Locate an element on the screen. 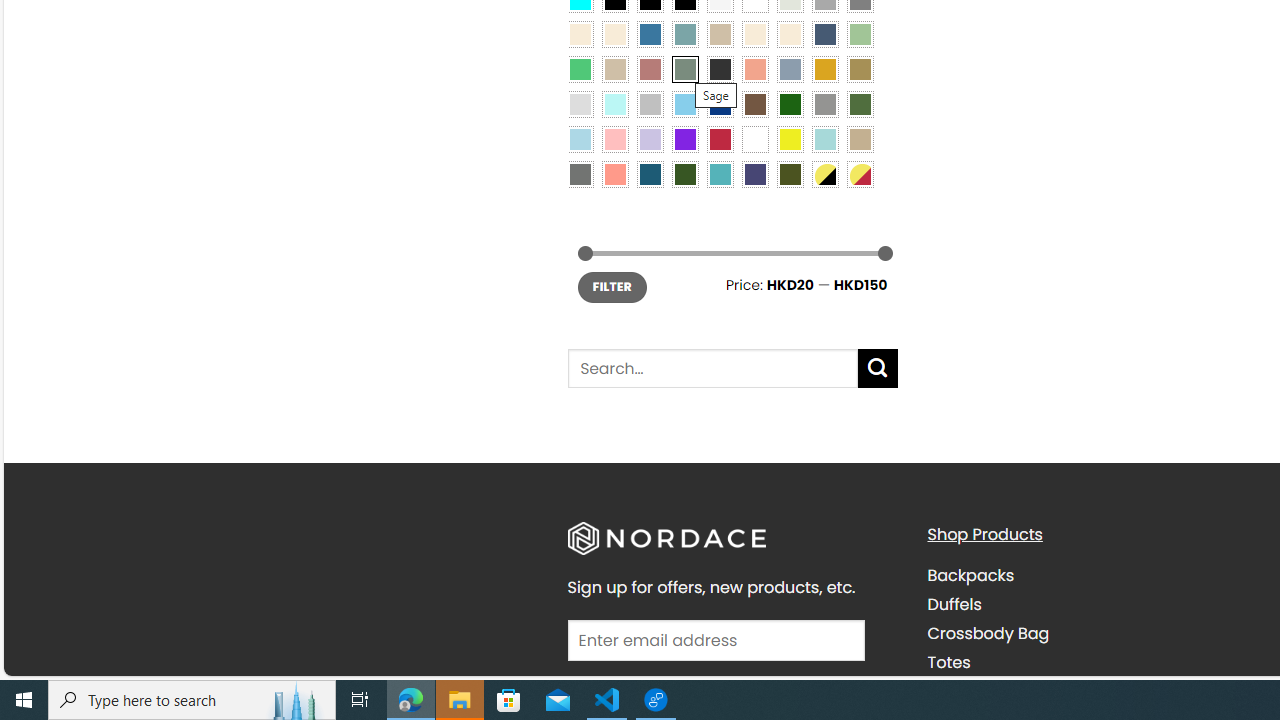 The image size is (1280, 720). 'Teal' is located at coordinates (720, 173).